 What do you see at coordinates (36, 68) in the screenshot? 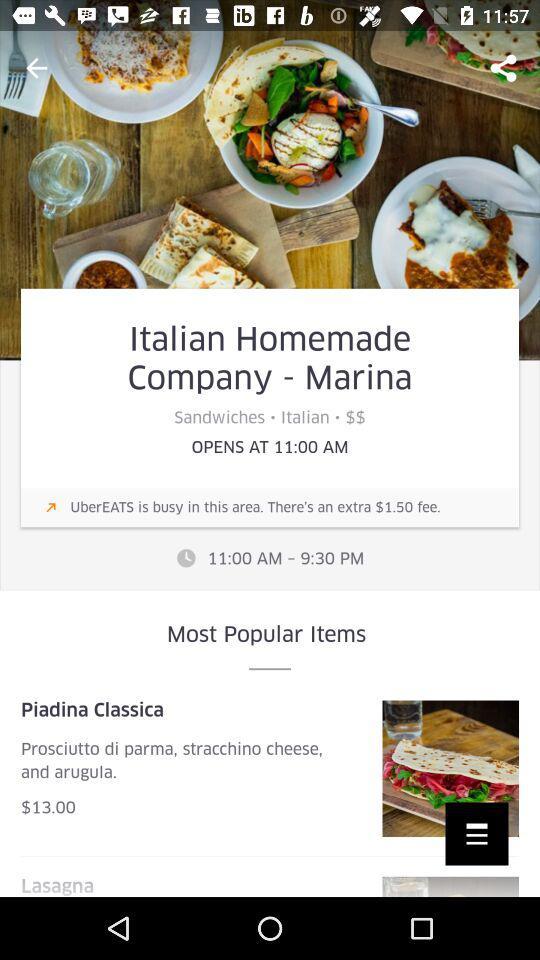
I see `the icon at the top left corner` at bounding box center [36, 68].